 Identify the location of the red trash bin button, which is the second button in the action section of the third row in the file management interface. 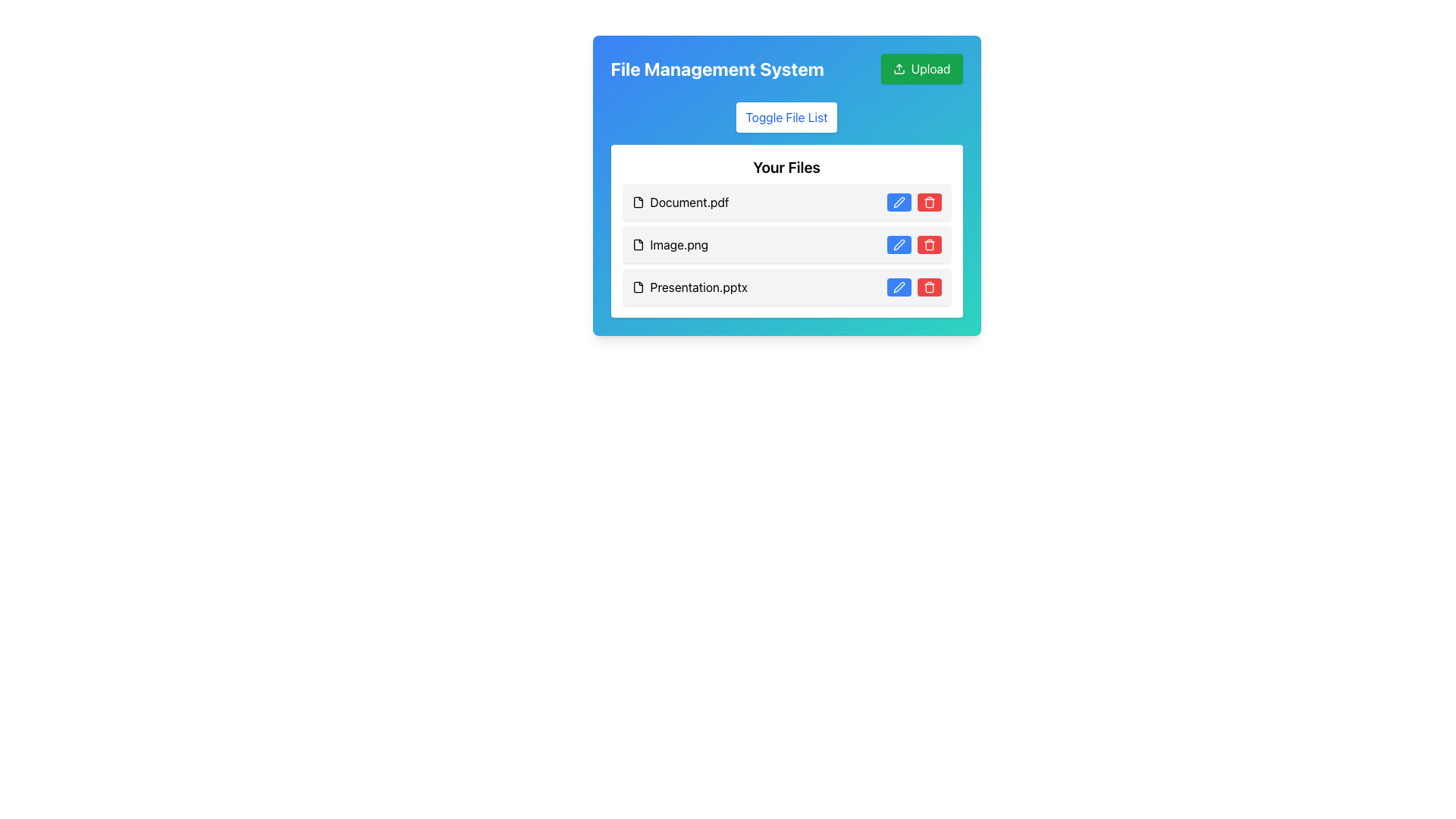
(928, 244).